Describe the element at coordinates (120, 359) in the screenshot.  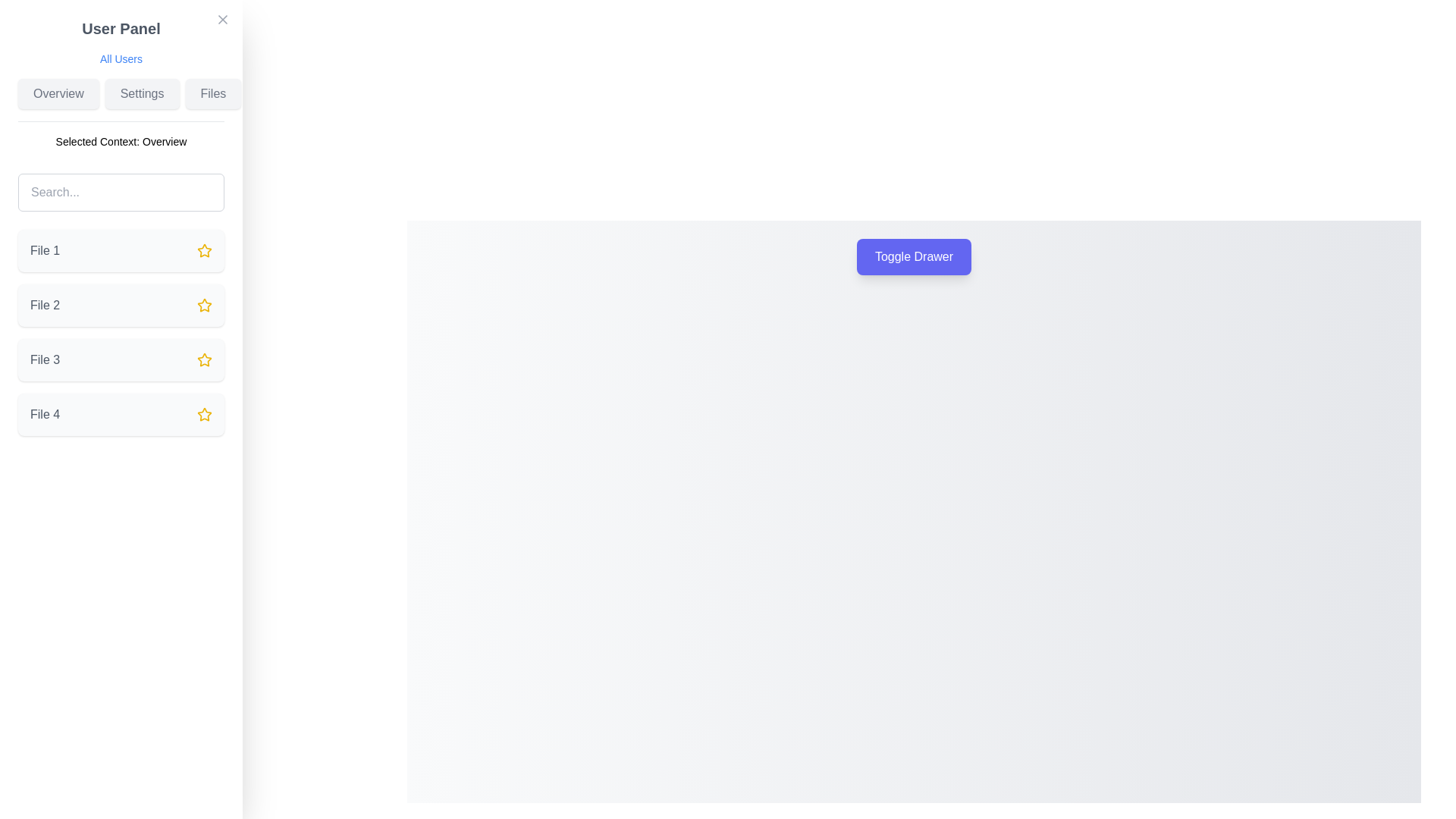
I see `the list item representing 'File 3'` at that location.